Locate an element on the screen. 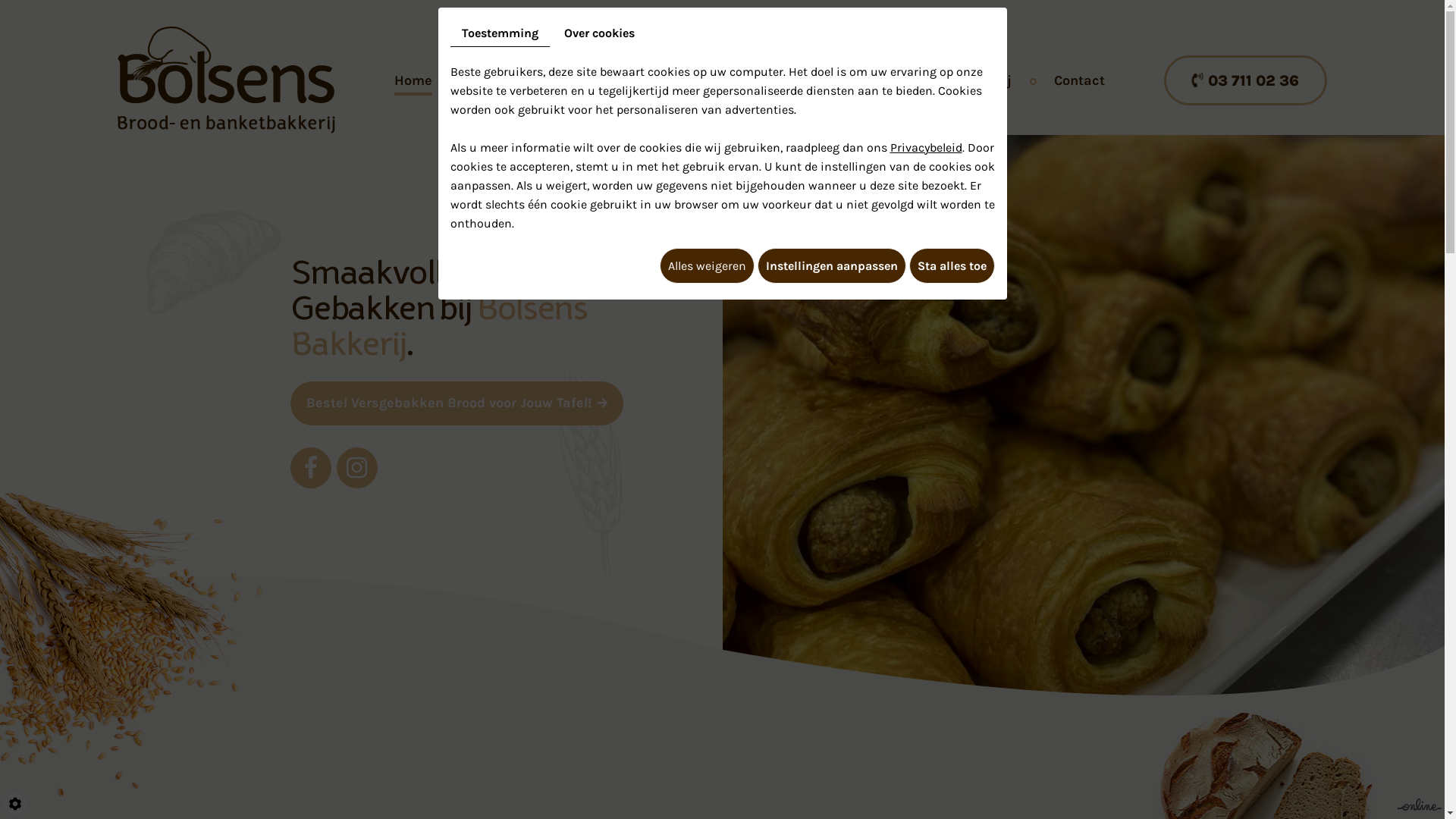 This screenshot has width=1456, height=819. 'Over cookies' is located at coordinates (551, 33).